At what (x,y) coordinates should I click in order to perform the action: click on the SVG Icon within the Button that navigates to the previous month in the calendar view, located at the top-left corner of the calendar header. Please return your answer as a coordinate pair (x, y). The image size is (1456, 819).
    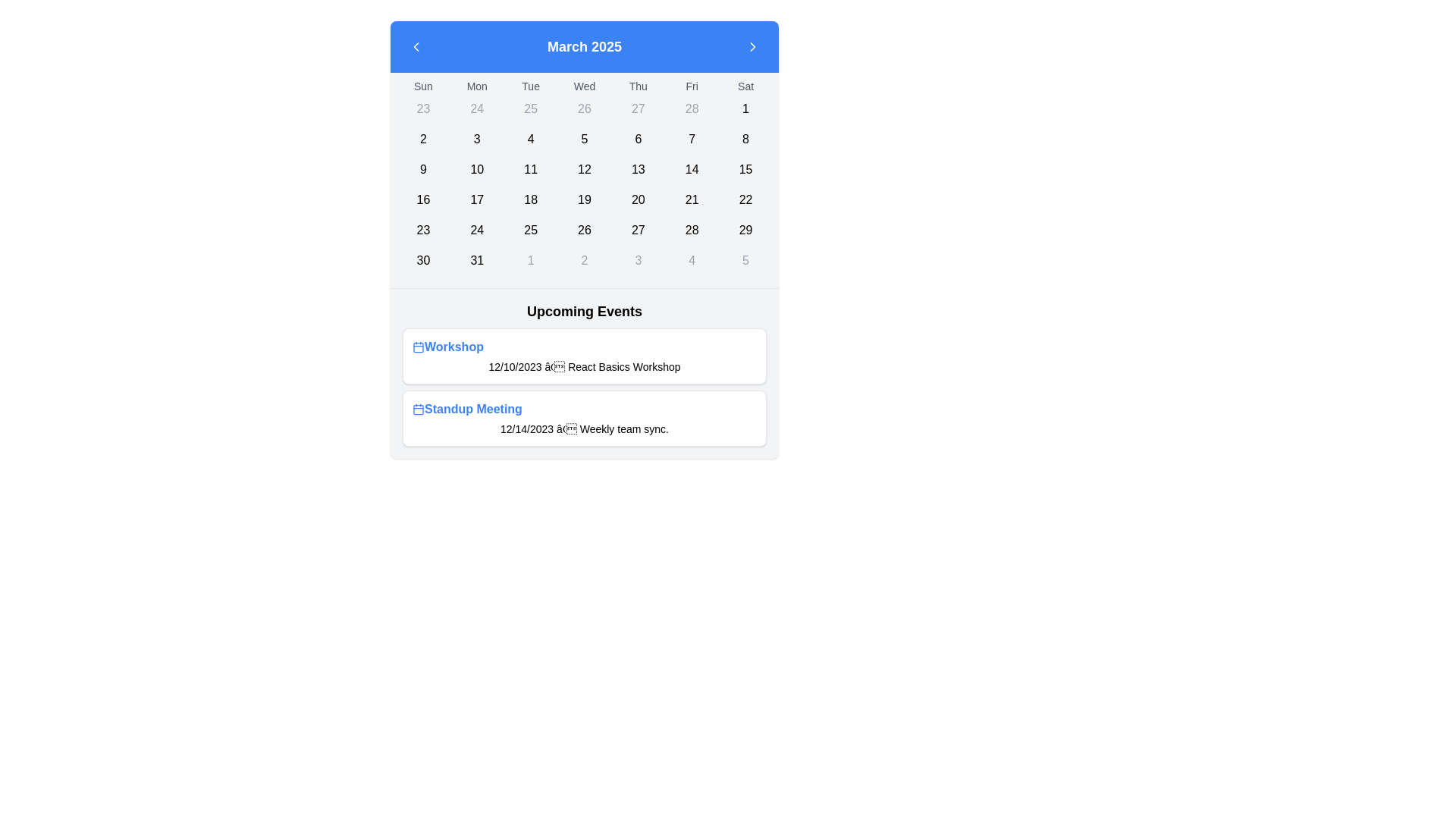
    Looking at the image, I should click on (416, 45).